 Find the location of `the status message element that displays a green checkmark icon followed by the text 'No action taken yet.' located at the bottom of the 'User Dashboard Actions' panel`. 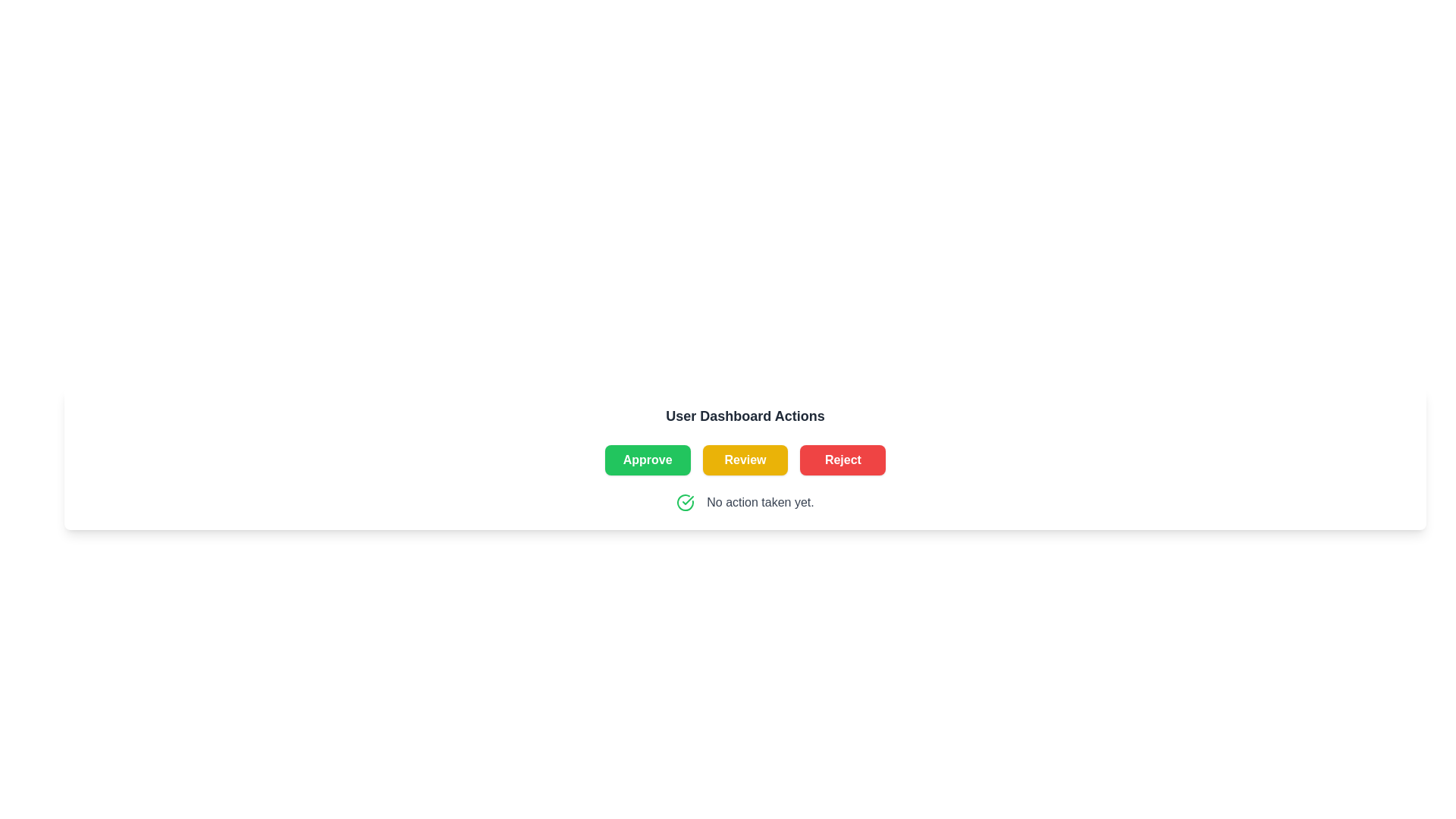

the status message element that displays a green checkmark icon followed by the text 'No action taken yet.' located at the bottom of the 'User Dashboard Actions' panel is located at coordinates (745, 503).